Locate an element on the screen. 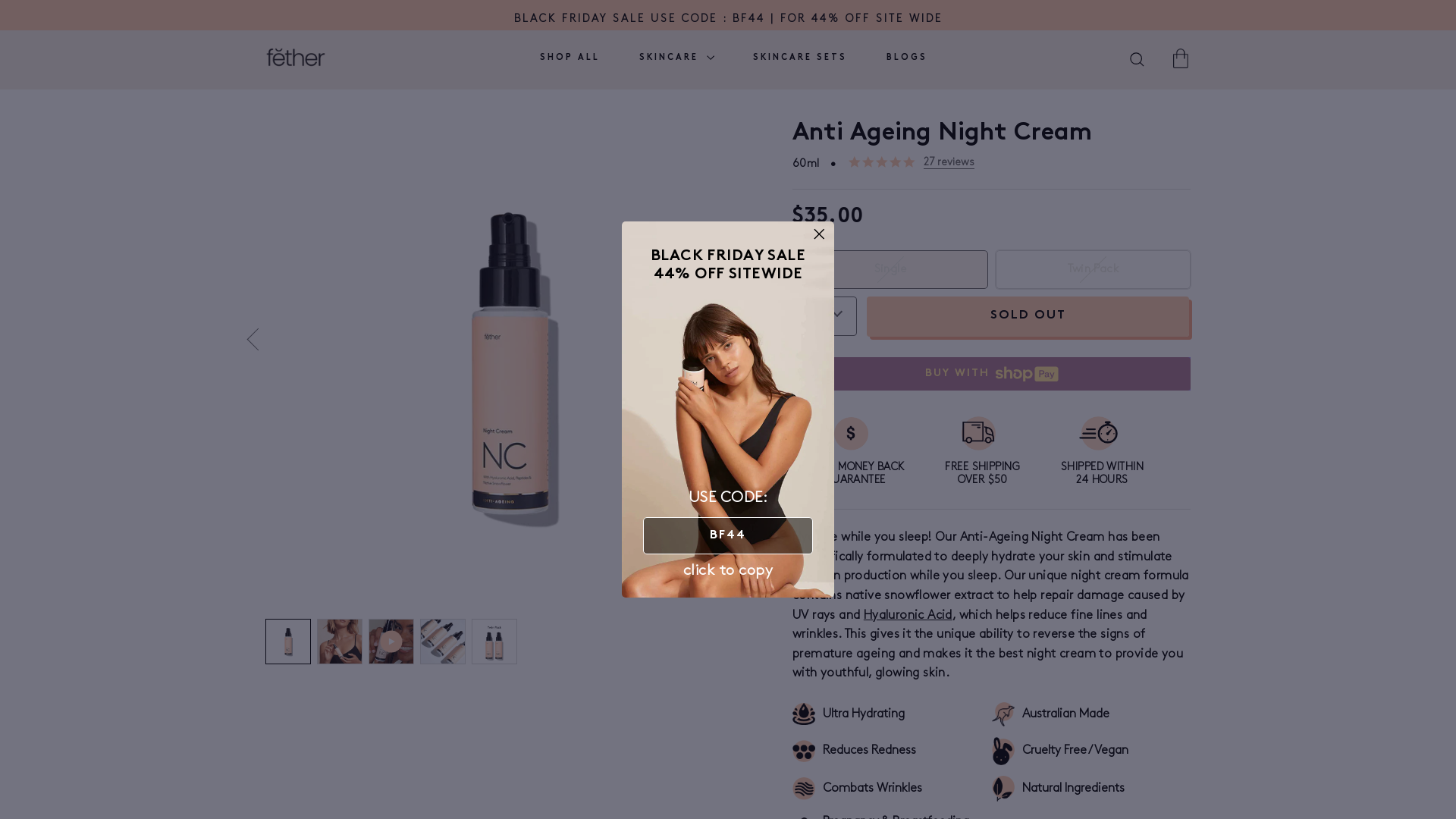  'Skip to content' is located at coordinates (0, 0).